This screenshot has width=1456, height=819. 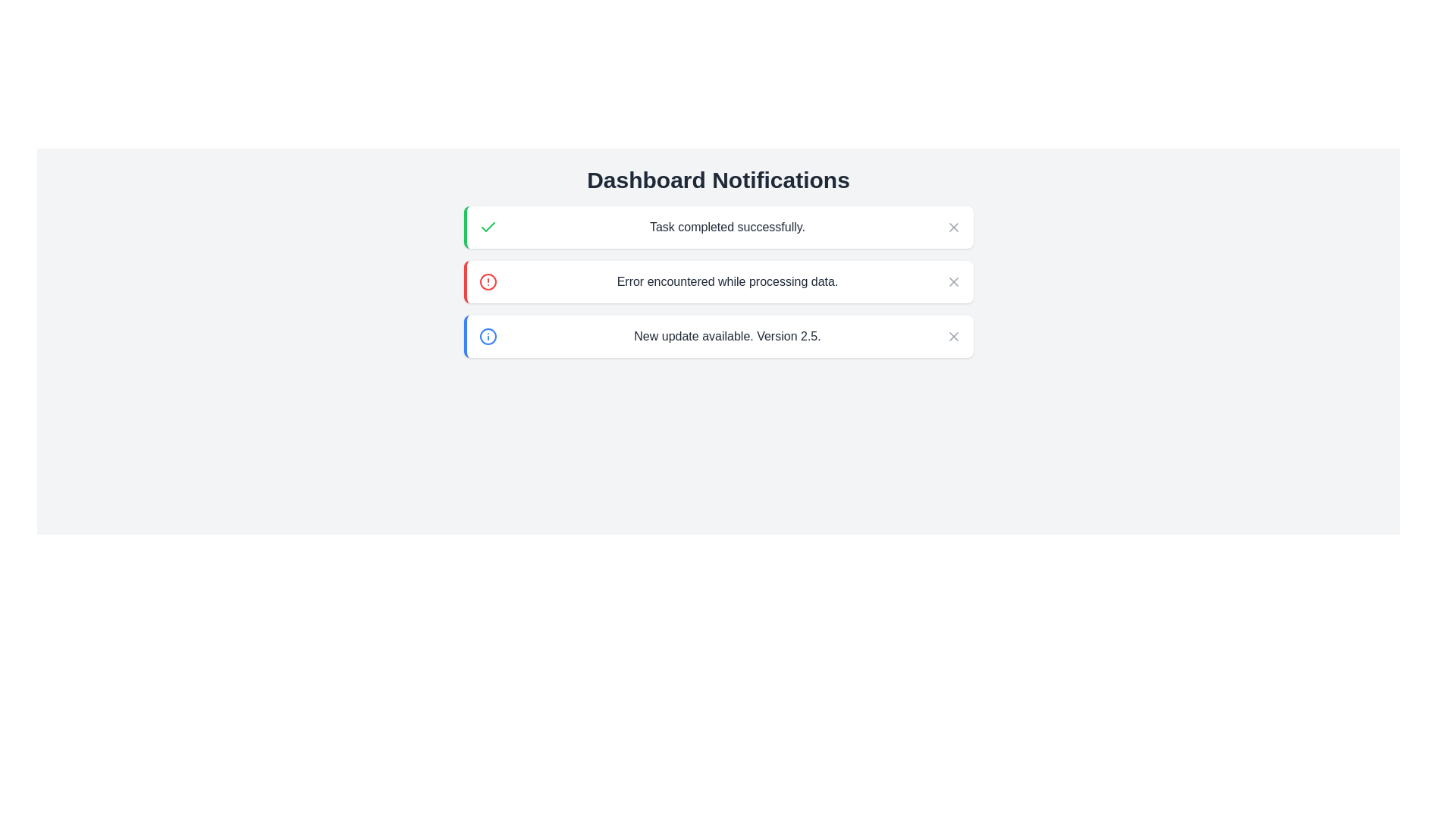 I want to click on information displayed in the text content element stating 'New update available. Version 2.5.' which is located in the third notification card, centrally aligned within a blue-bordered card, so click(x=726, y=335).